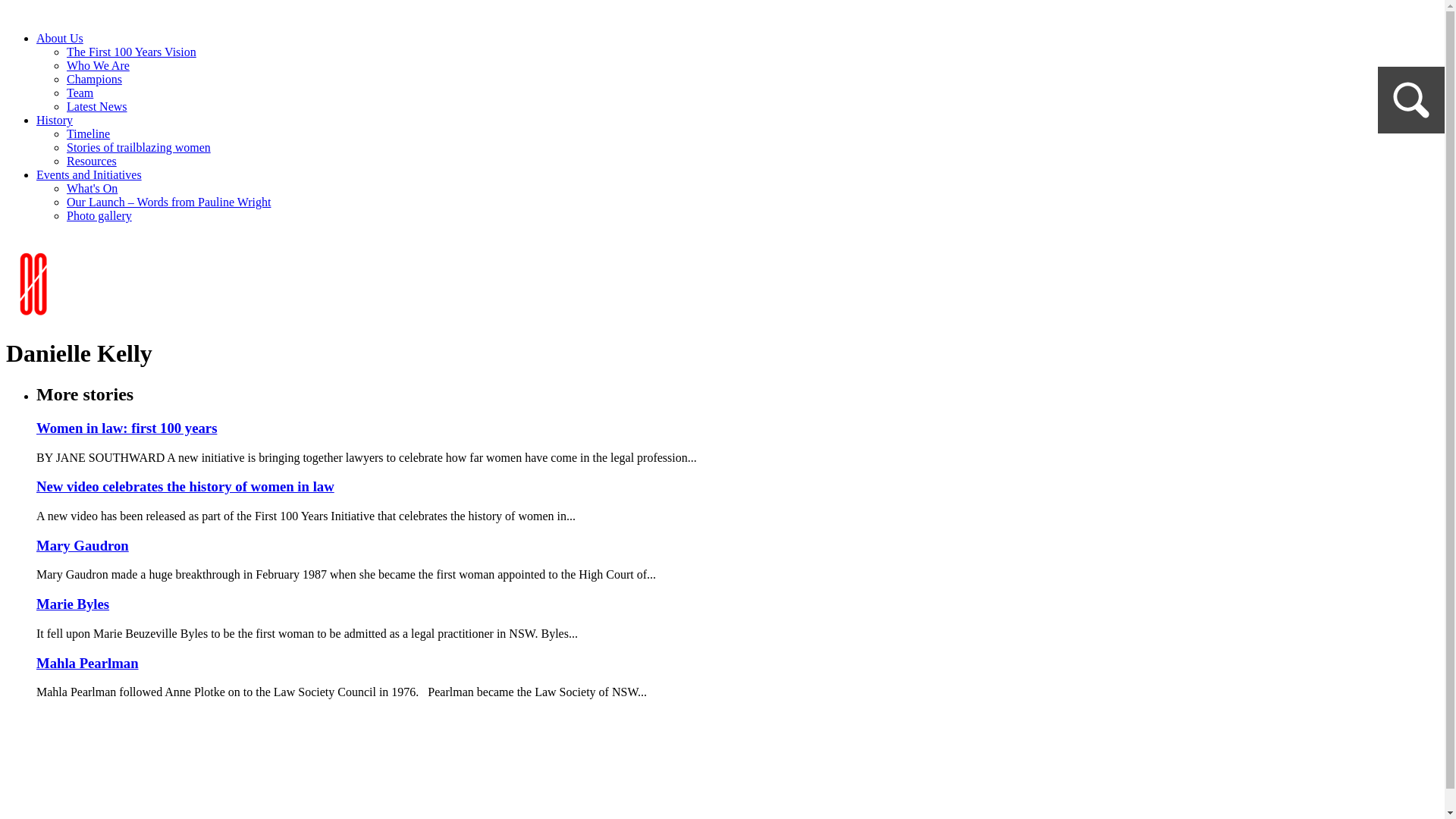 The height and width of the screenshot is (819, 1456). I want to click on 'Champions', so click(93, 79).